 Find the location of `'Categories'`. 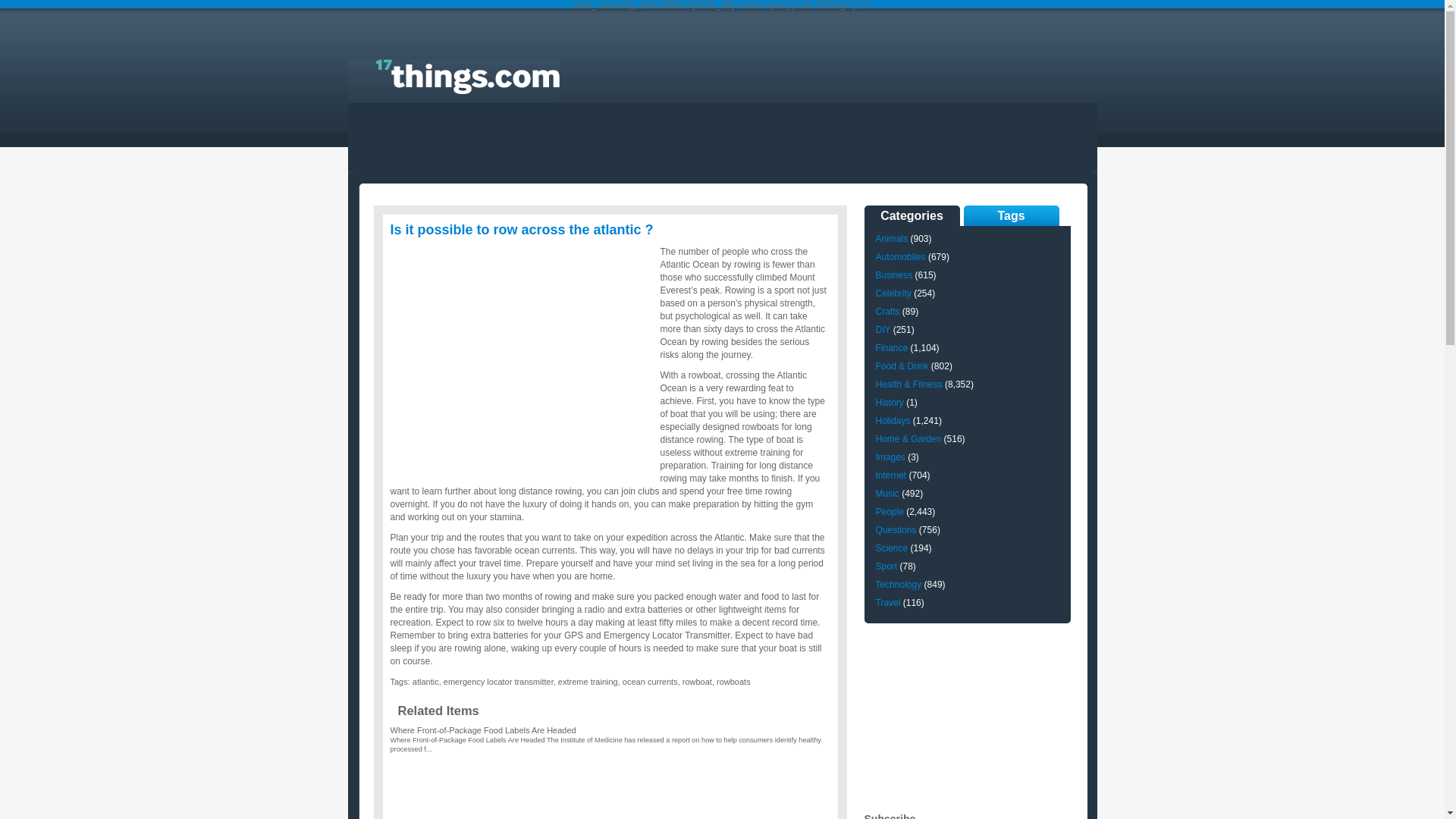

'Categories' is located at coordinates (912, 215).